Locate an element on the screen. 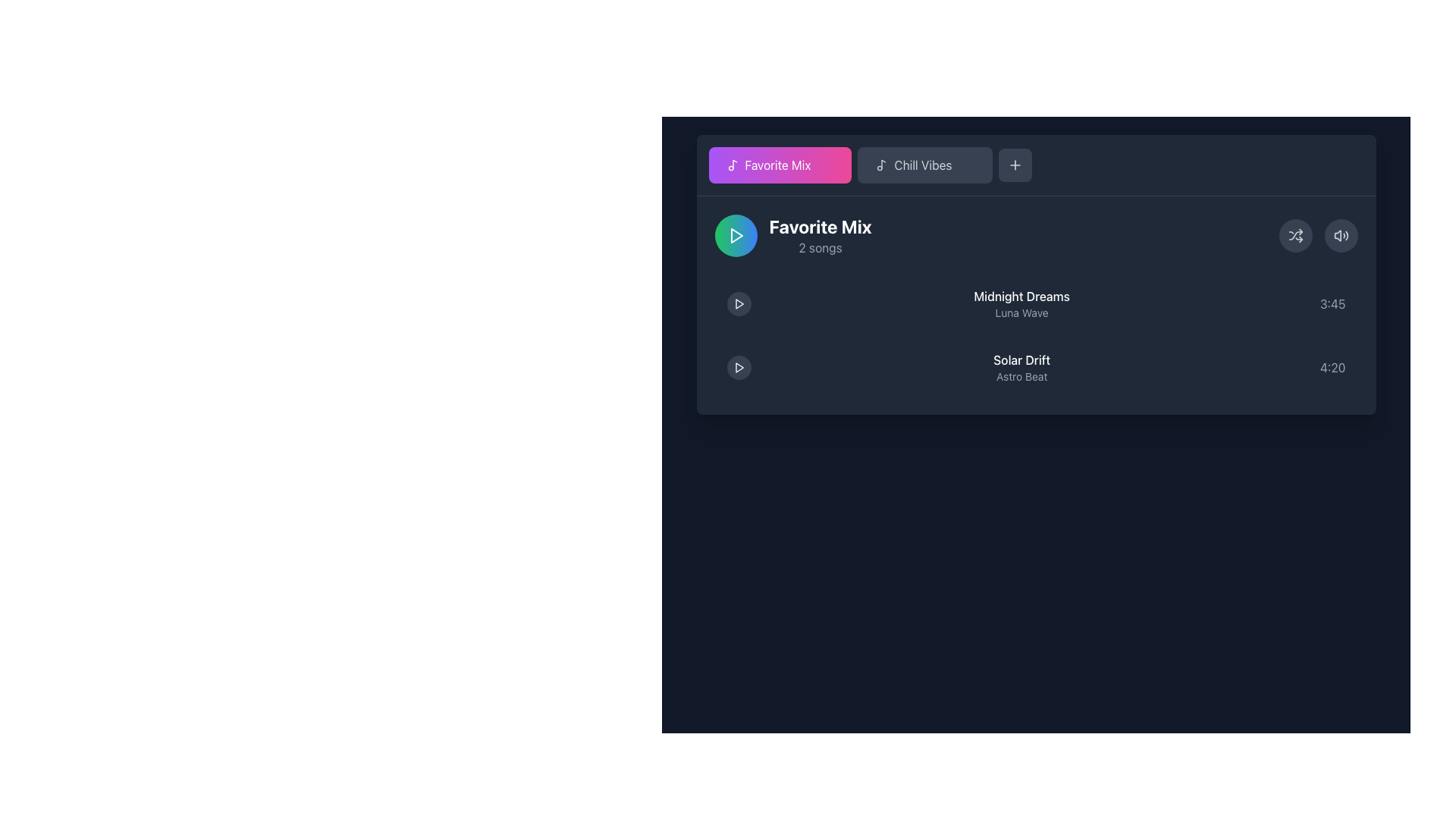 The height and width of the screenshot is (819, 1456). the 'Chill Vibes' button, which is a rectangular button with rounded corners, dark gray background, and white text, located between the 'Favorite Mix' button and a circular button with a plus icon is located at coordinates (924, 165).